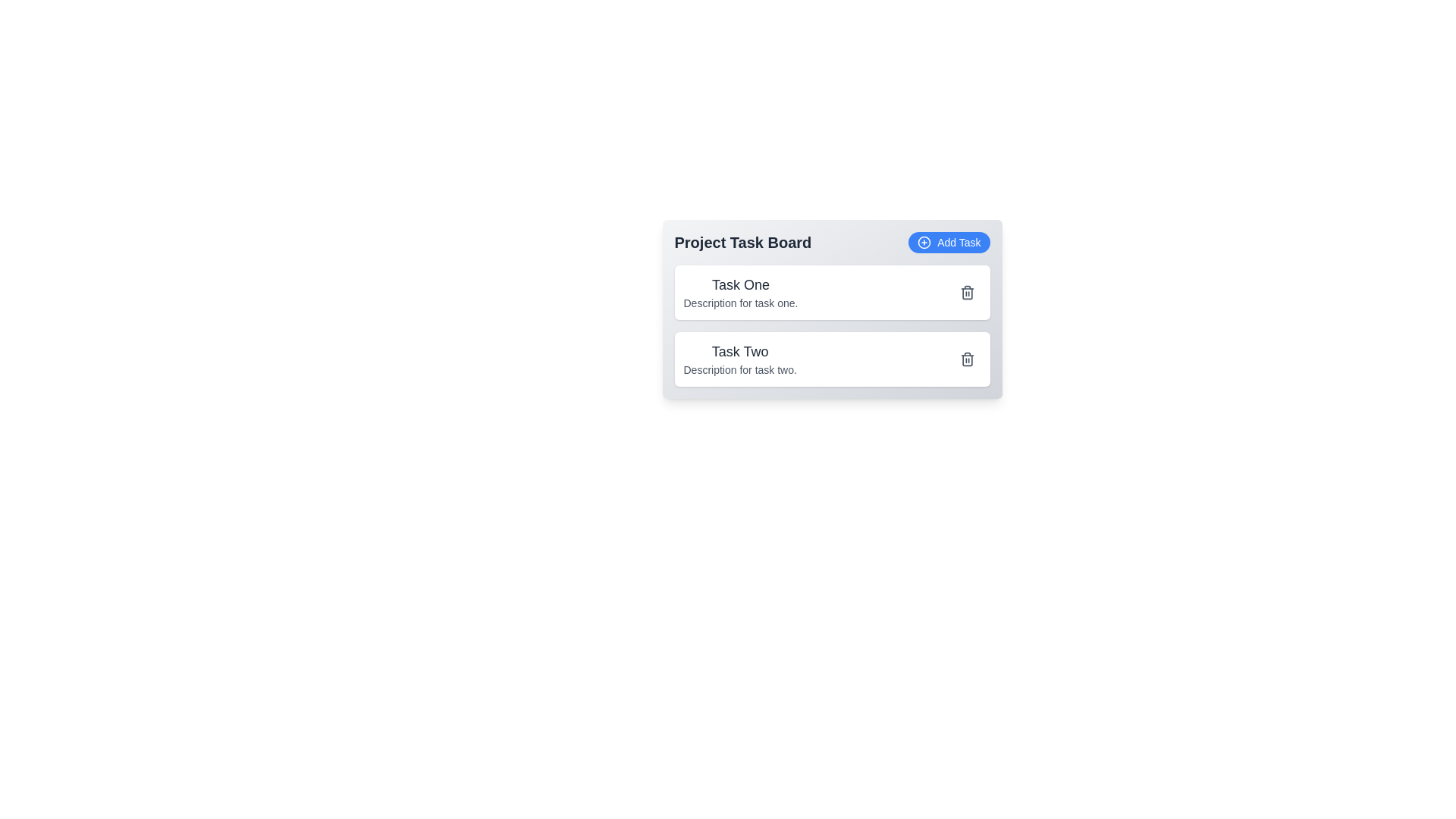 This screenshot has height=819, width=1456. What do you see at coordinates (948, 242) in the screenshot?
I see `the button located in the top-right corner of the 'Project Task Board' section` at bounding box center [948, 242].